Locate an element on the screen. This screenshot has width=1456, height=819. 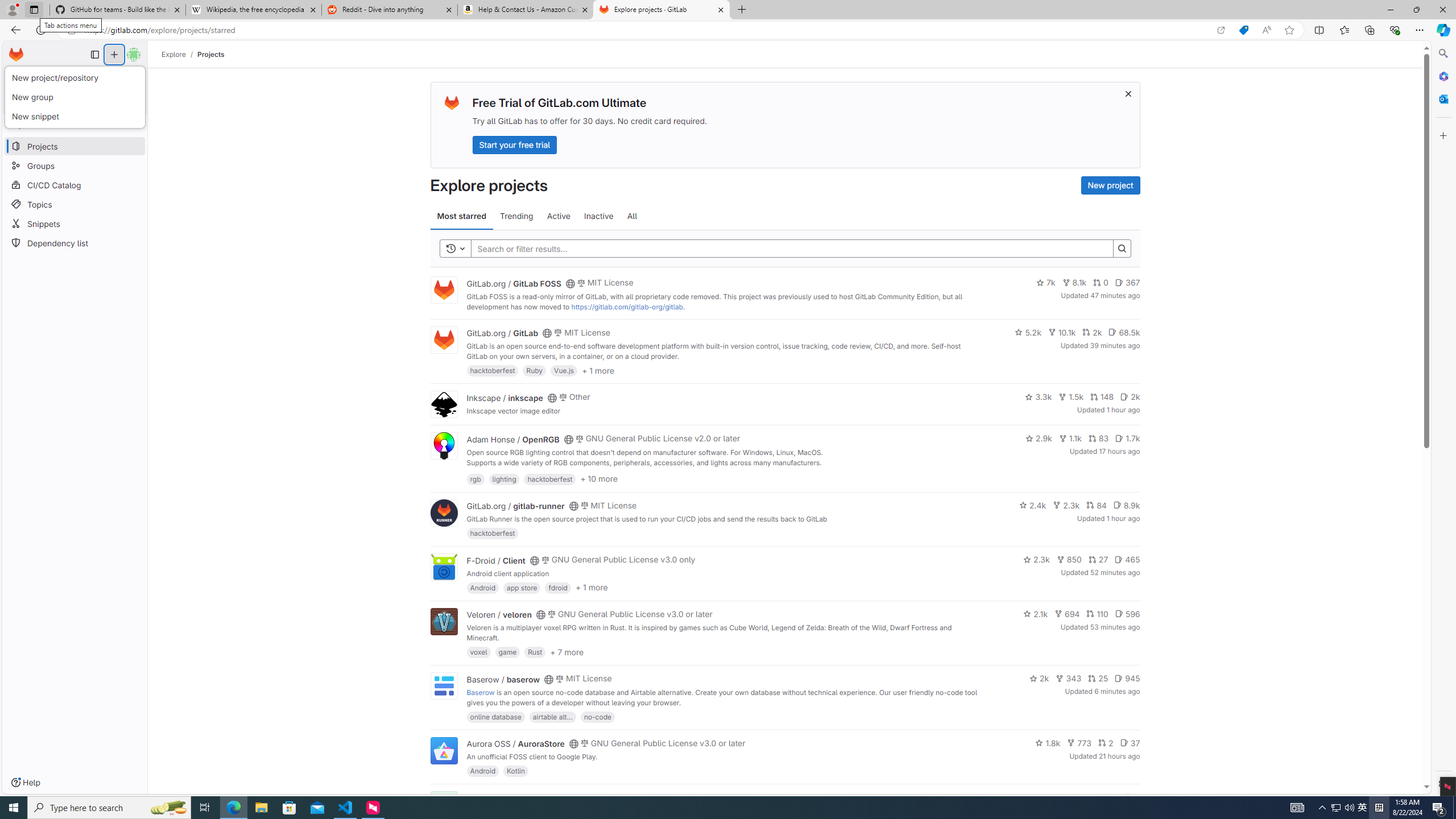
'New project' is located at coordinates (1110, 185).